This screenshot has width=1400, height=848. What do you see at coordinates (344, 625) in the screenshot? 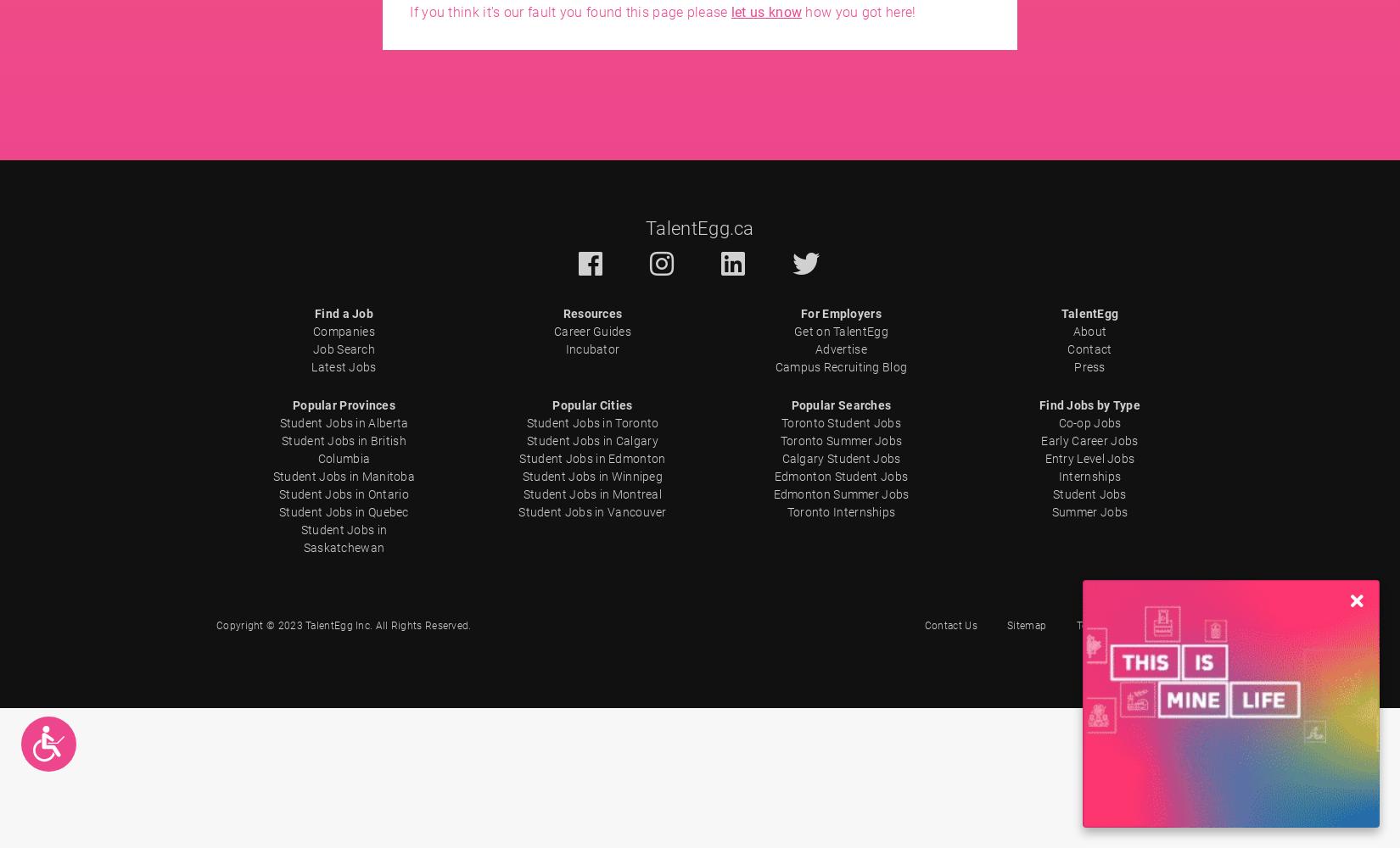
I see `'Copyright © 2023 TalentEgg Inc. All Rights Reserved.'` at bounding box center [344, 625].